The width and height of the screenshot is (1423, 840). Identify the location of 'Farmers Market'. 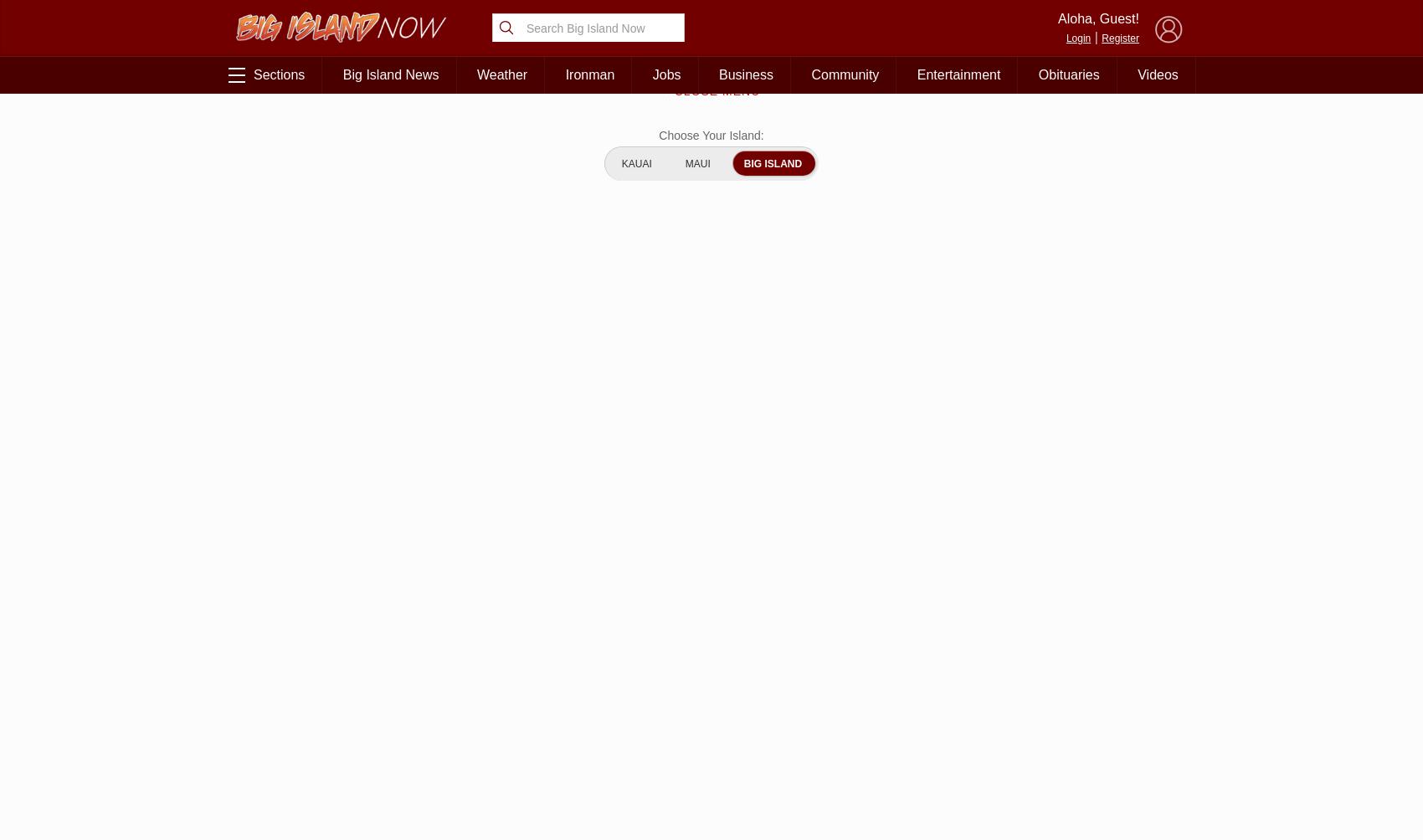
(1108, 684).